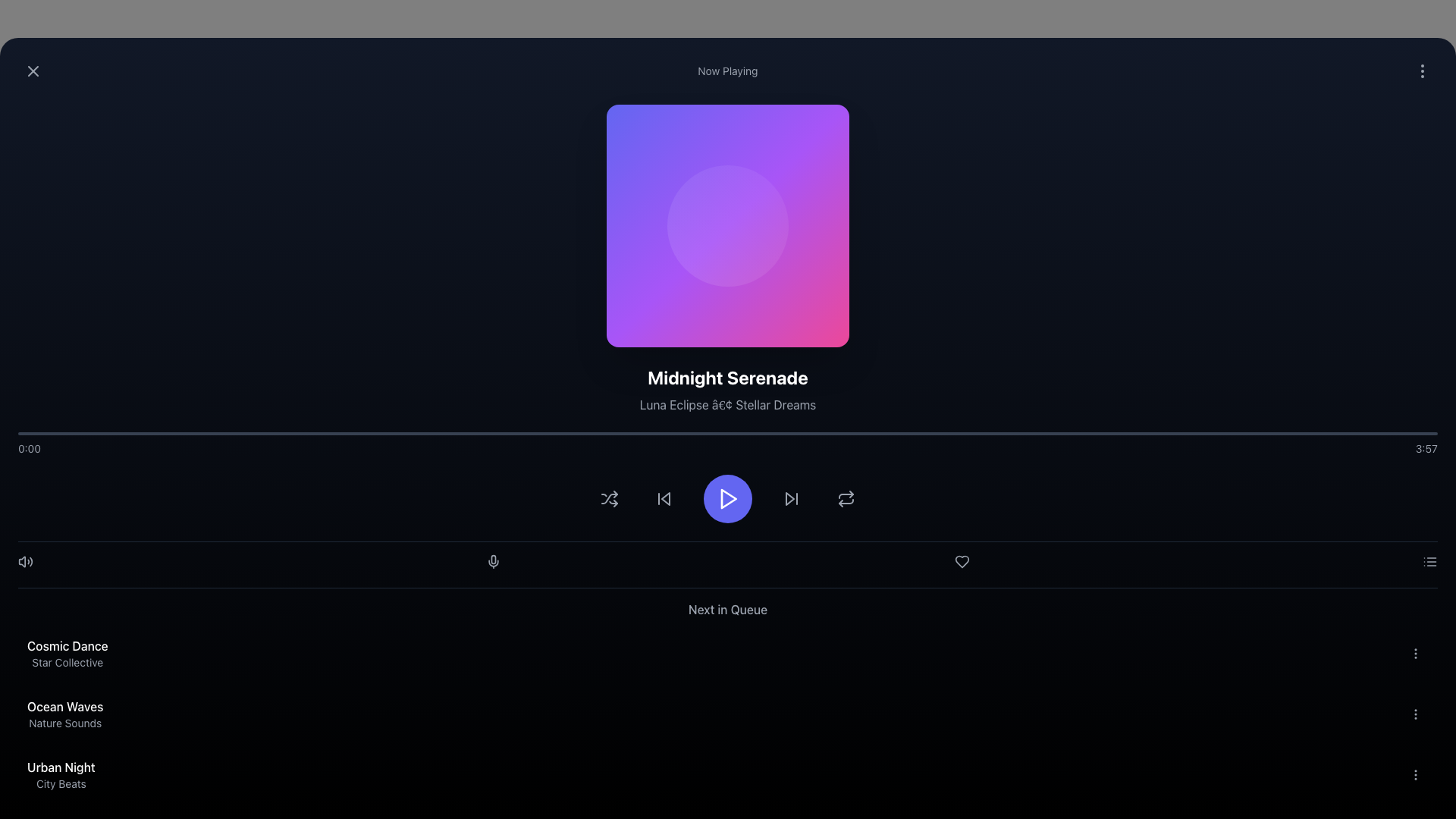 The image size is (1456, 819). Describe the element at coordinates (83, 433) in the screenshot. I see `playback` at that location.